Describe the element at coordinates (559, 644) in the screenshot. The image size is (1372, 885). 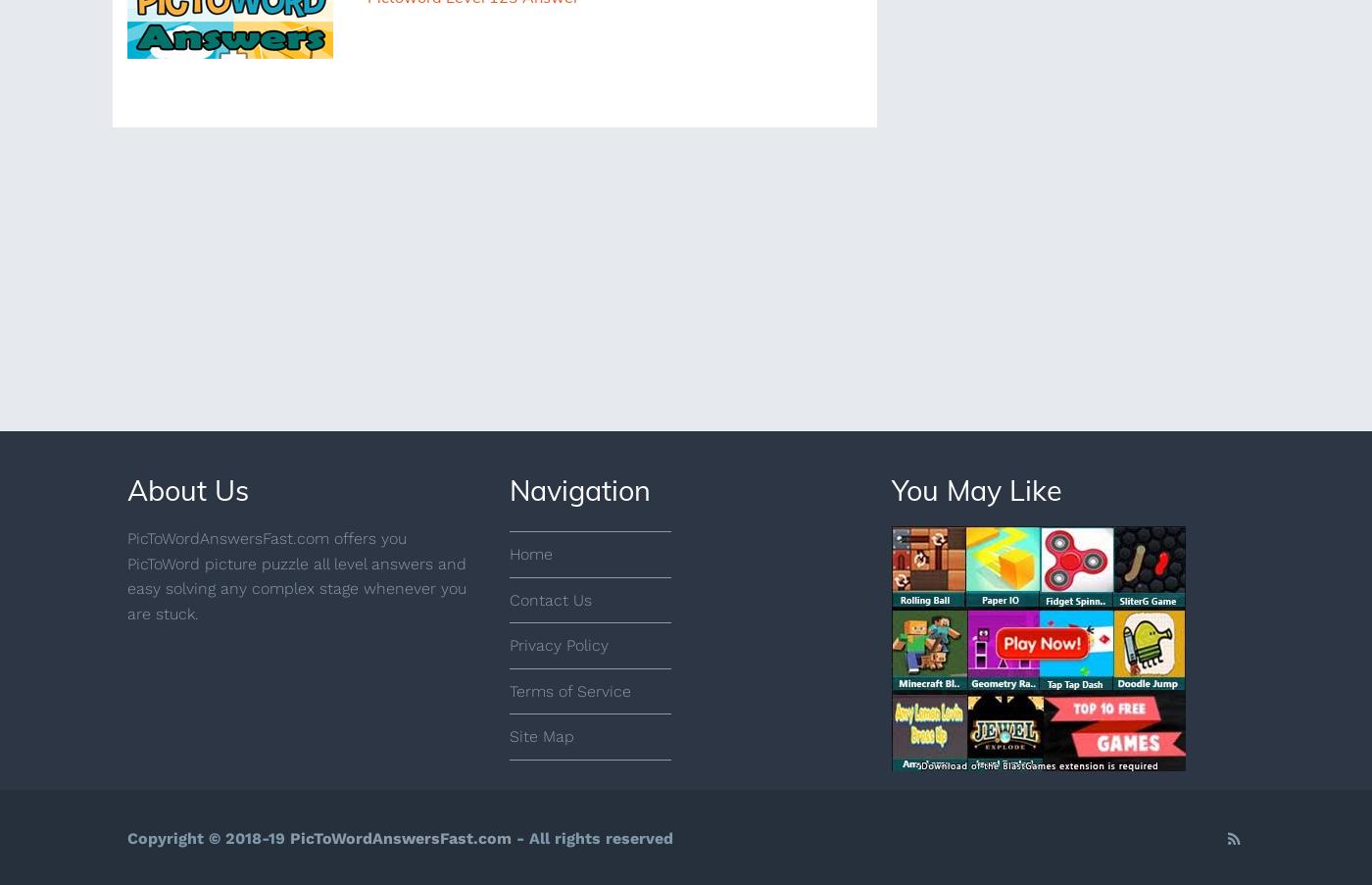
I see `'Privacy Policy'` at that location.